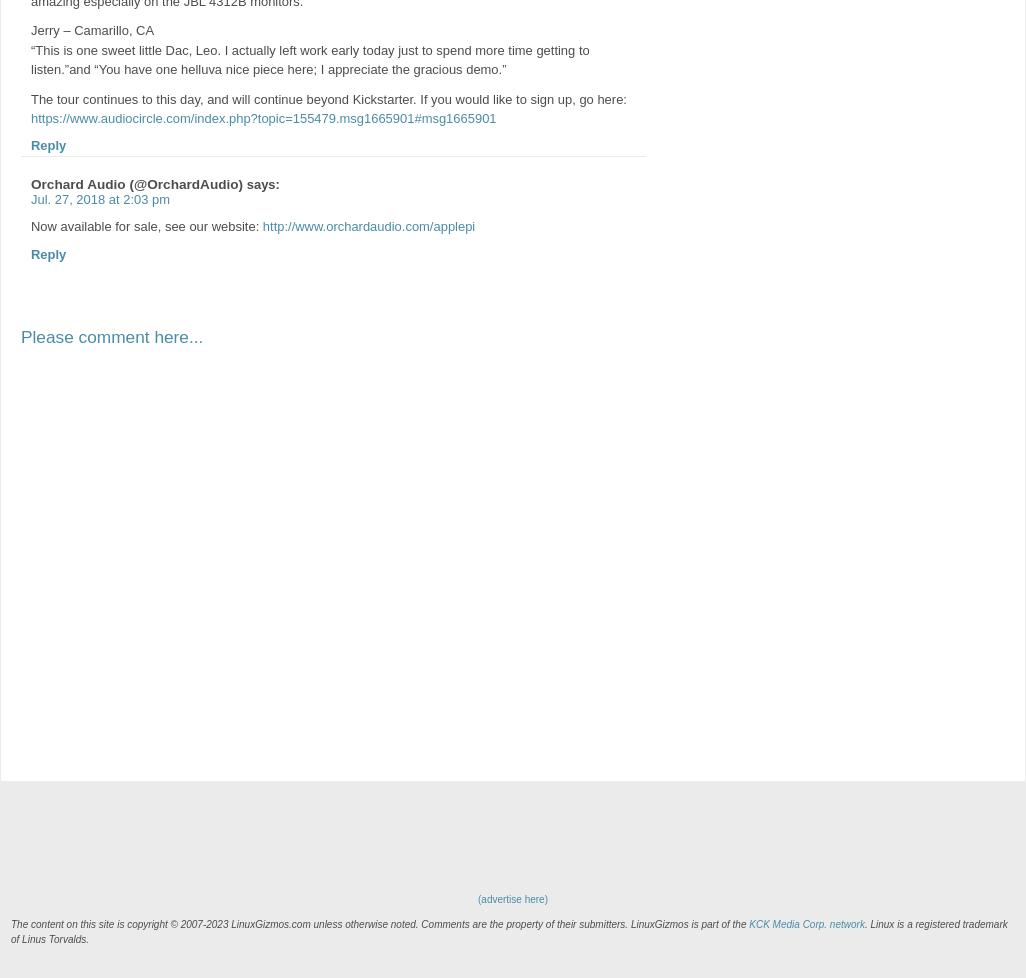  Describe the element at coordinates (379, 922) in the screenshot. I see `'The content on this site is copyright © 2007-2023 LinuxGizmos.com unless otherwise noted.  Comments are the property of their submitters. LinuxGizmos is part of the'` at that location.